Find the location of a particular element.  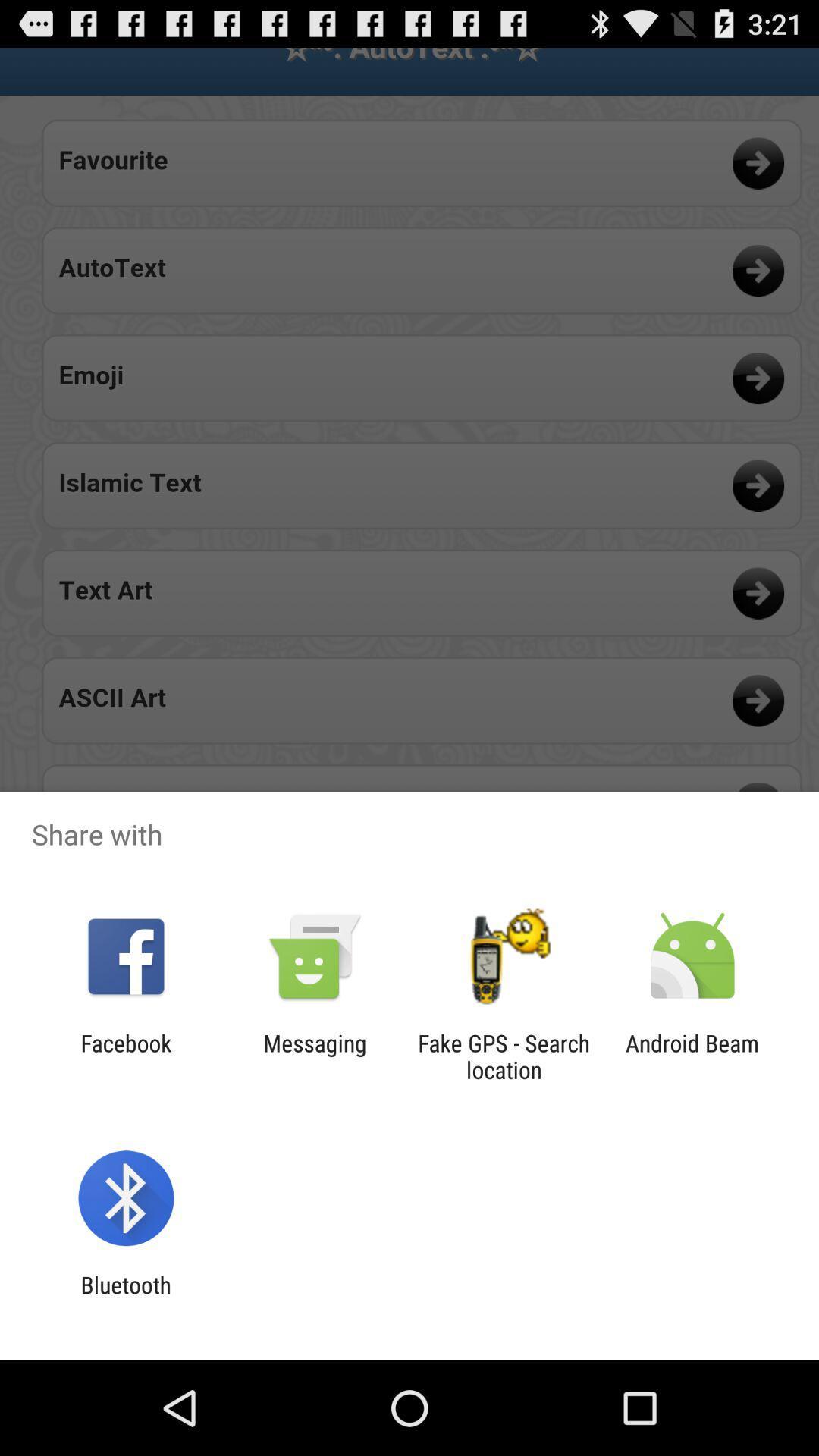

app at the bottom right corner is located at coordinates (692, 1056).